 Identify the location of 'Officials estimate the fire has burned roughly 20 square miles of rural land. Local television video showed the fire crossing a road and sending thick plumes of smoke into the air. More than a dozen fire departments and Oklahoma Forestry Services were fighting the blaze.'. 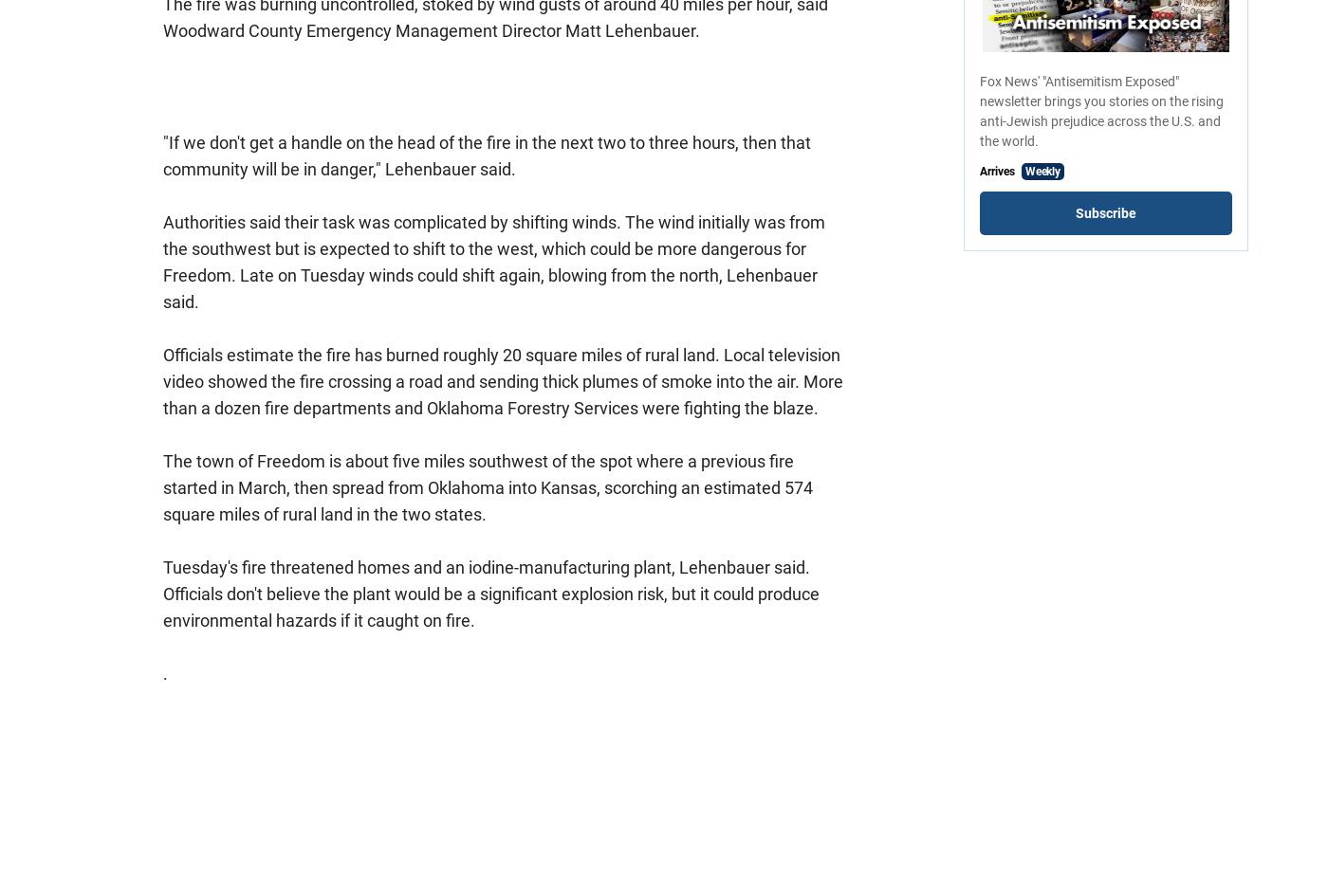
(163, 380).